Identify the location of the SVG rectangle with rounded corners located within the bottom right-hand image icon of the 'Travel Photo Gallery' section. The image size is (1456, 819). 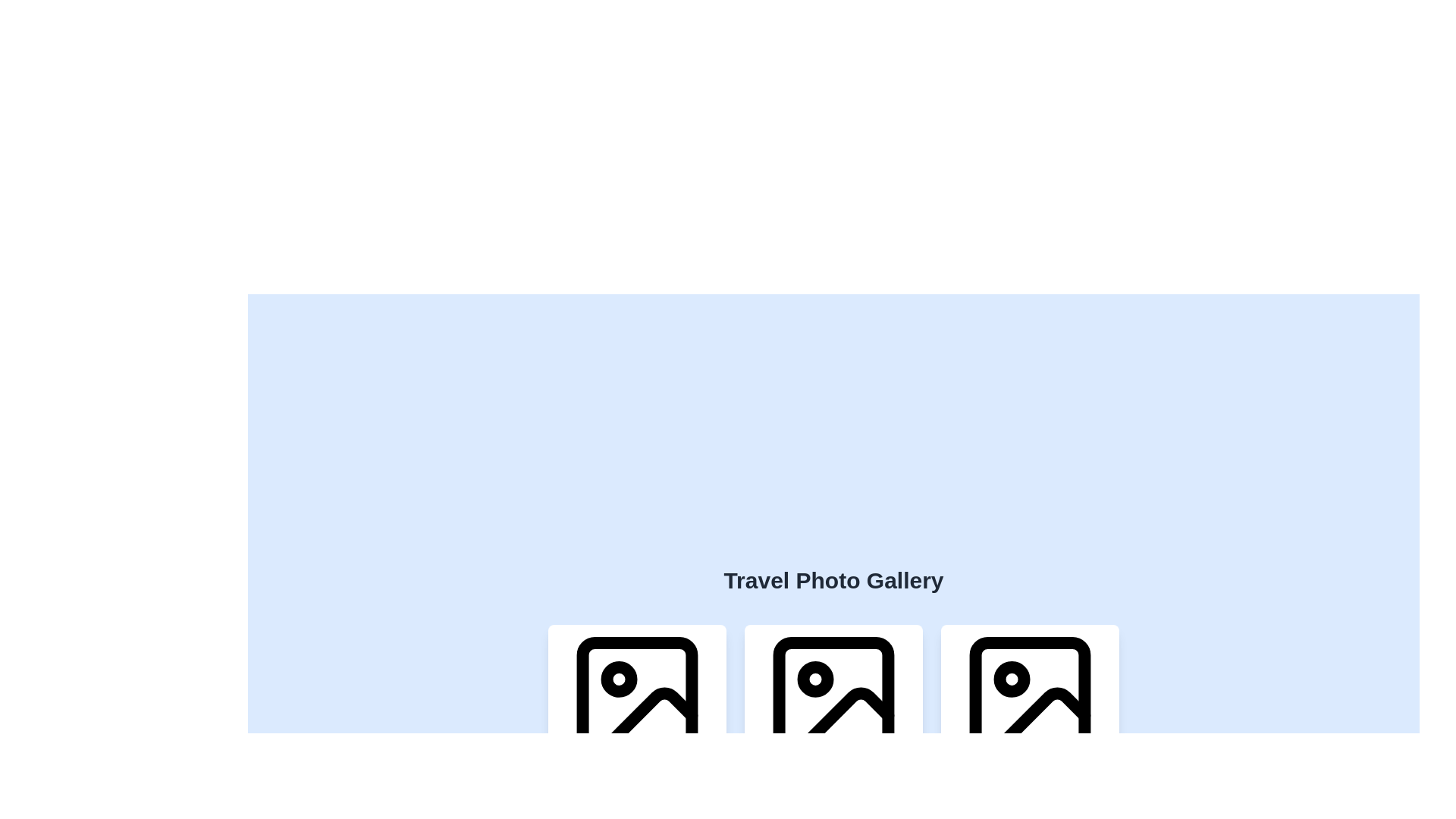
(1030, 698).